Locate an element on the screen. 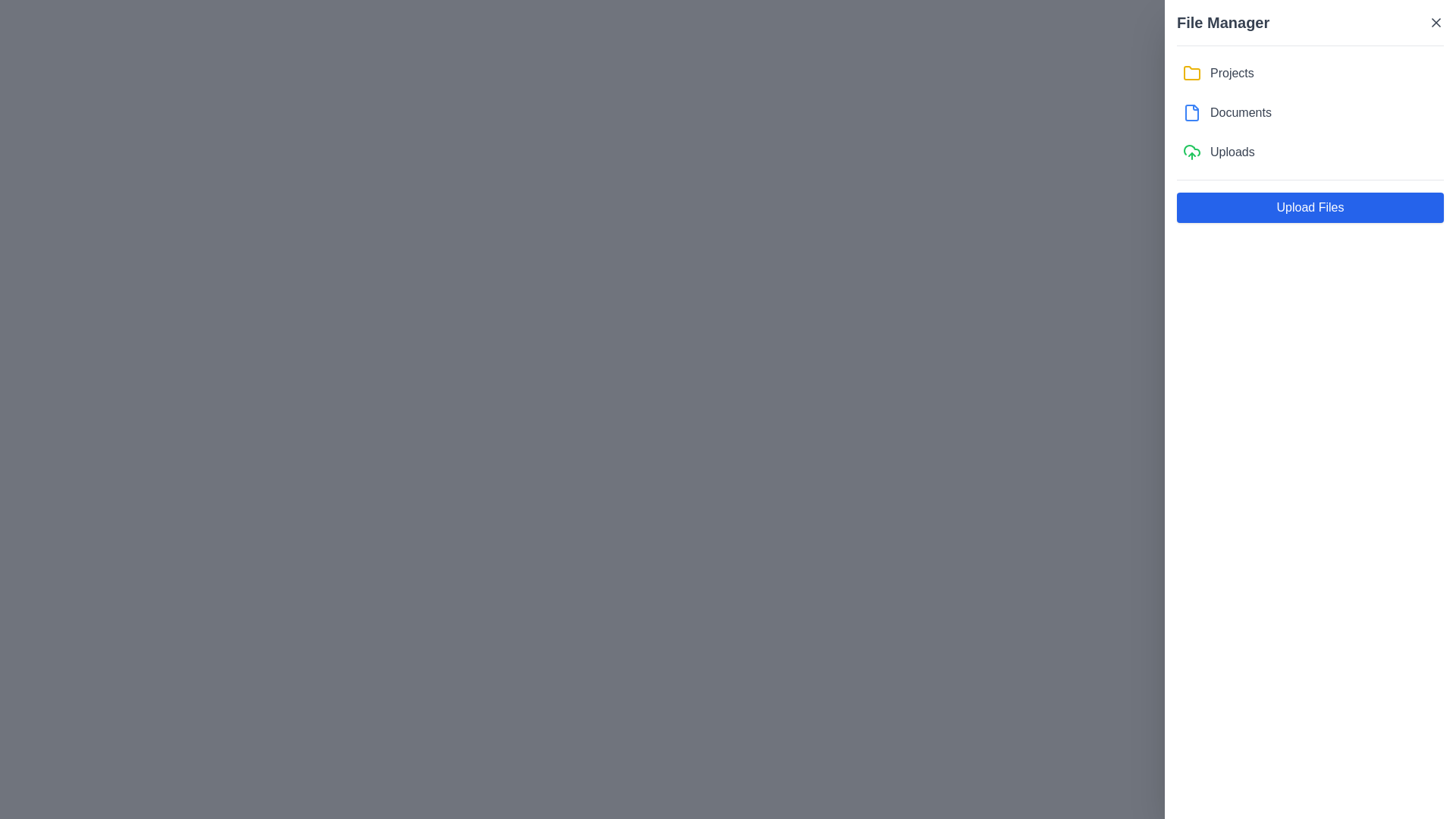 This screenshot has width=1456, height=819. the 'Uploads' button, which features a green upward-pointing arrow inside a cloud and is located under the 'File Manager' section is located at coordinates (1310, 152).